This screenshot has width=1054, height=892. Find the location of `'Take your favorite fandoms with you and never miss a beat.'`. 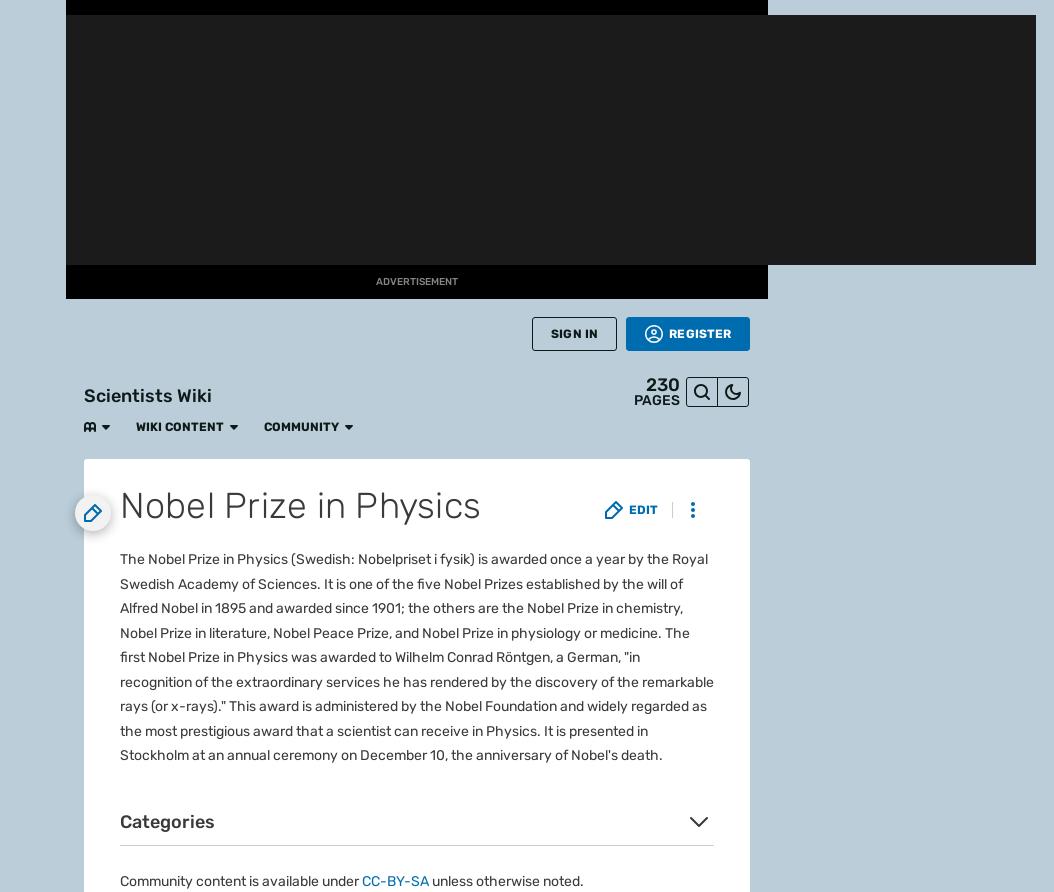

'Take your favorite fandoms with you and never miss a beat.' is located at coordinates (83, 862).